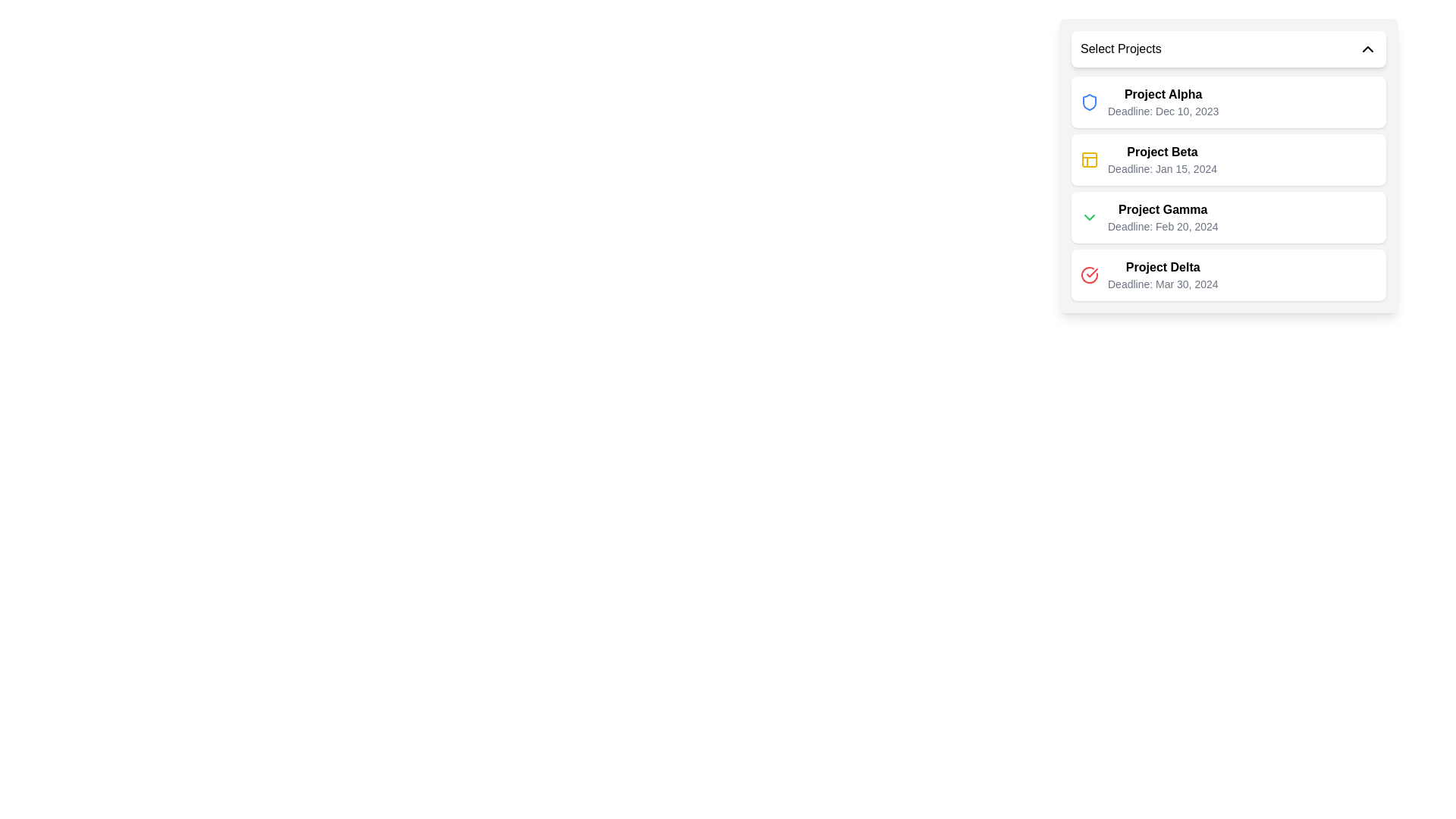 Image resolution: width=1456 pixels, height=819 pixels. Describe the element at coordinates (1121, 49) in the screenshot. I see `the title Label that guides the user for the dropdown selection control` at that location.